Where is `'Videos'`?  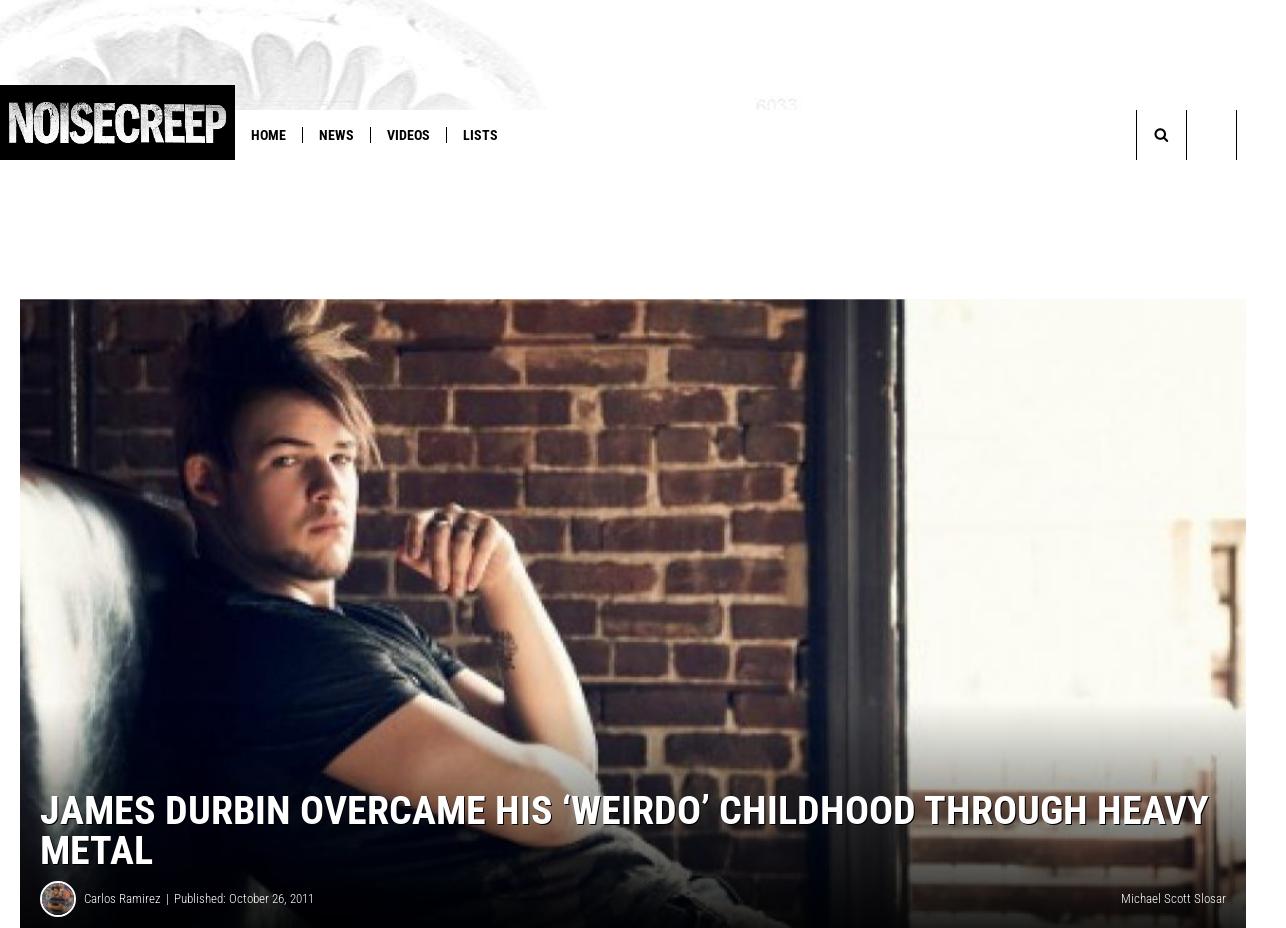
'Videos' is located at coordinates (407, 135).